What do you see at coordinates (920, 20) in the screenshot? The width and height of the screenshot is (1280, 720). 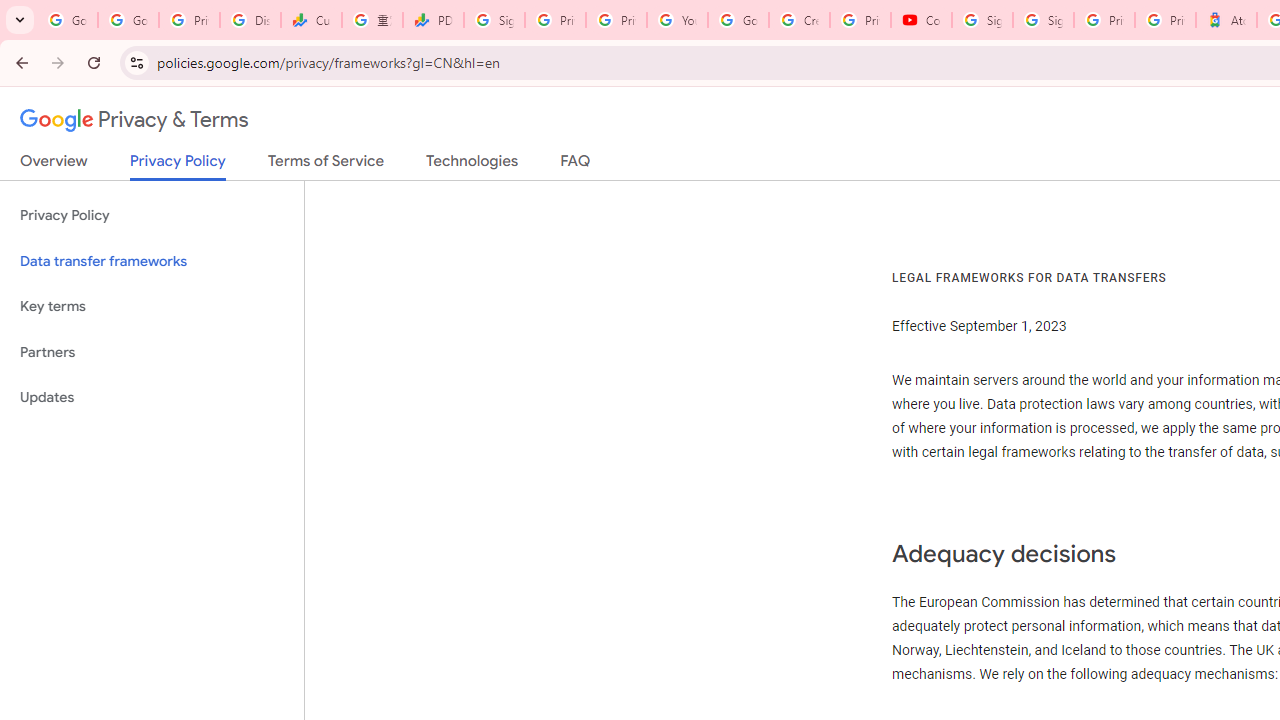 I see `'Content Creator Programs & Opportunities - YouTube Creators'` at bounding box center [920, 20].